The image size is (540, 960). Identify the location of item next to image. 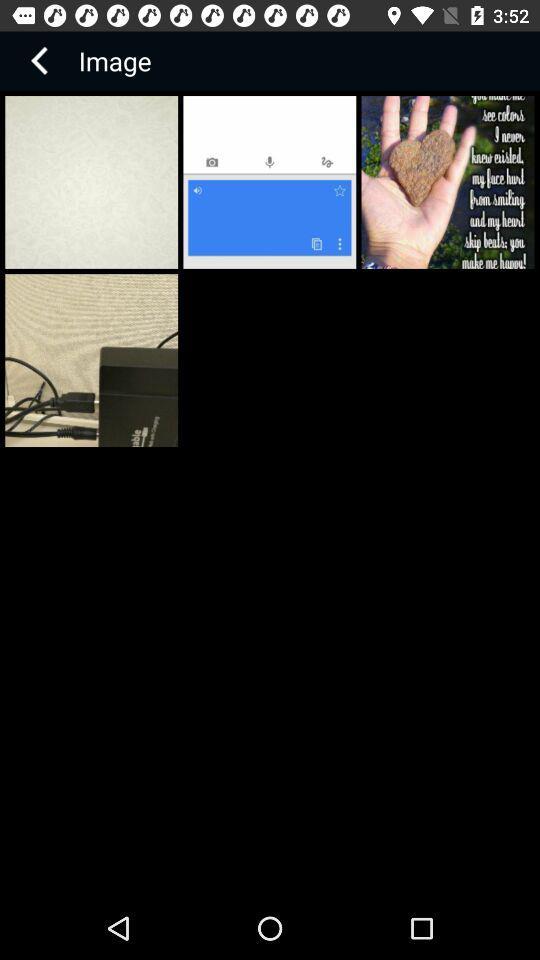
(39, 61).